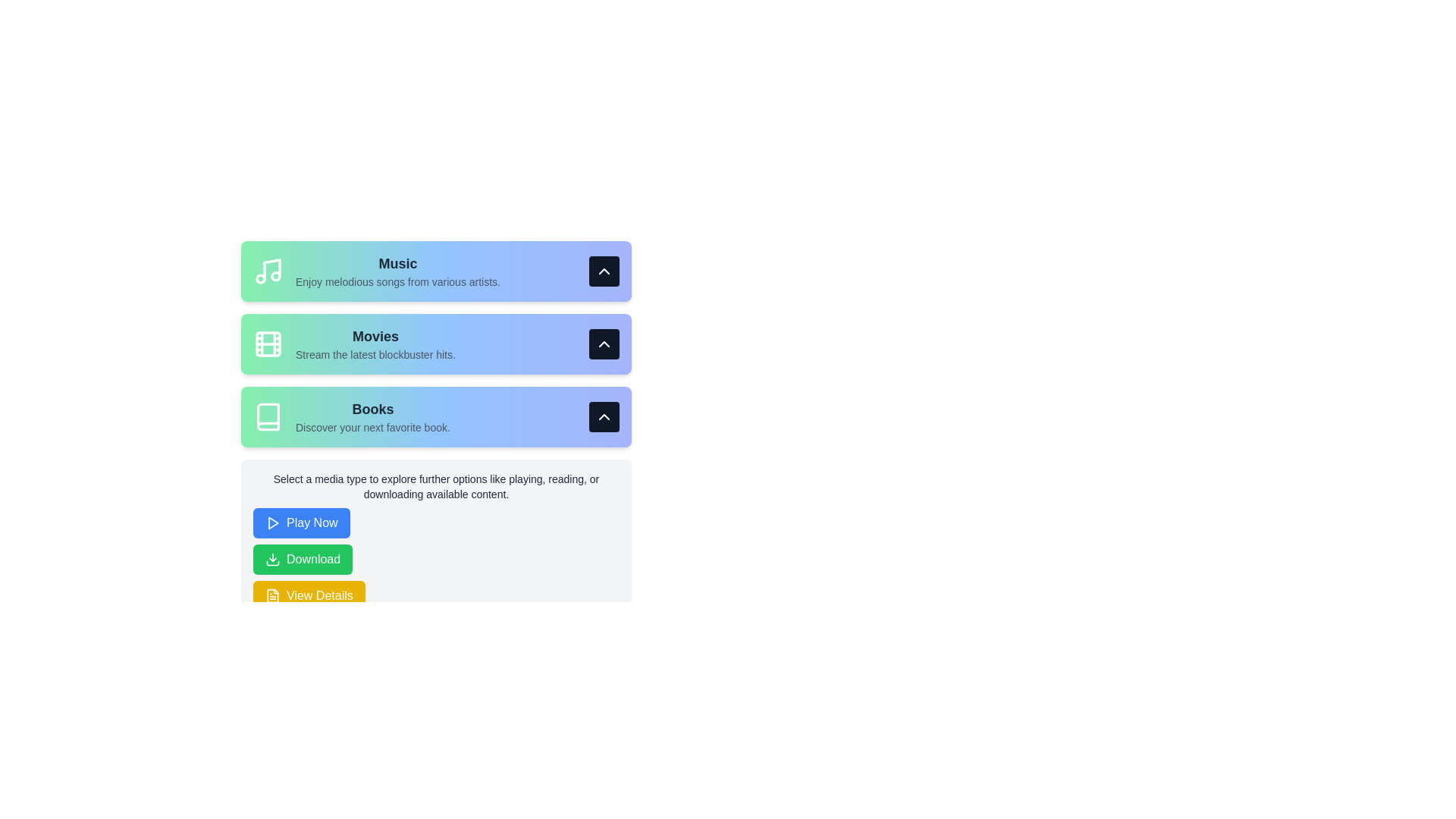 The height and width of the screenshot is (819, 1456). Describe the element at coordinates (603, 344) in the screenshot. I see `the upward-facing chevron arrow icon within the interactive button adjacent to the 'Movies' label` at that location.